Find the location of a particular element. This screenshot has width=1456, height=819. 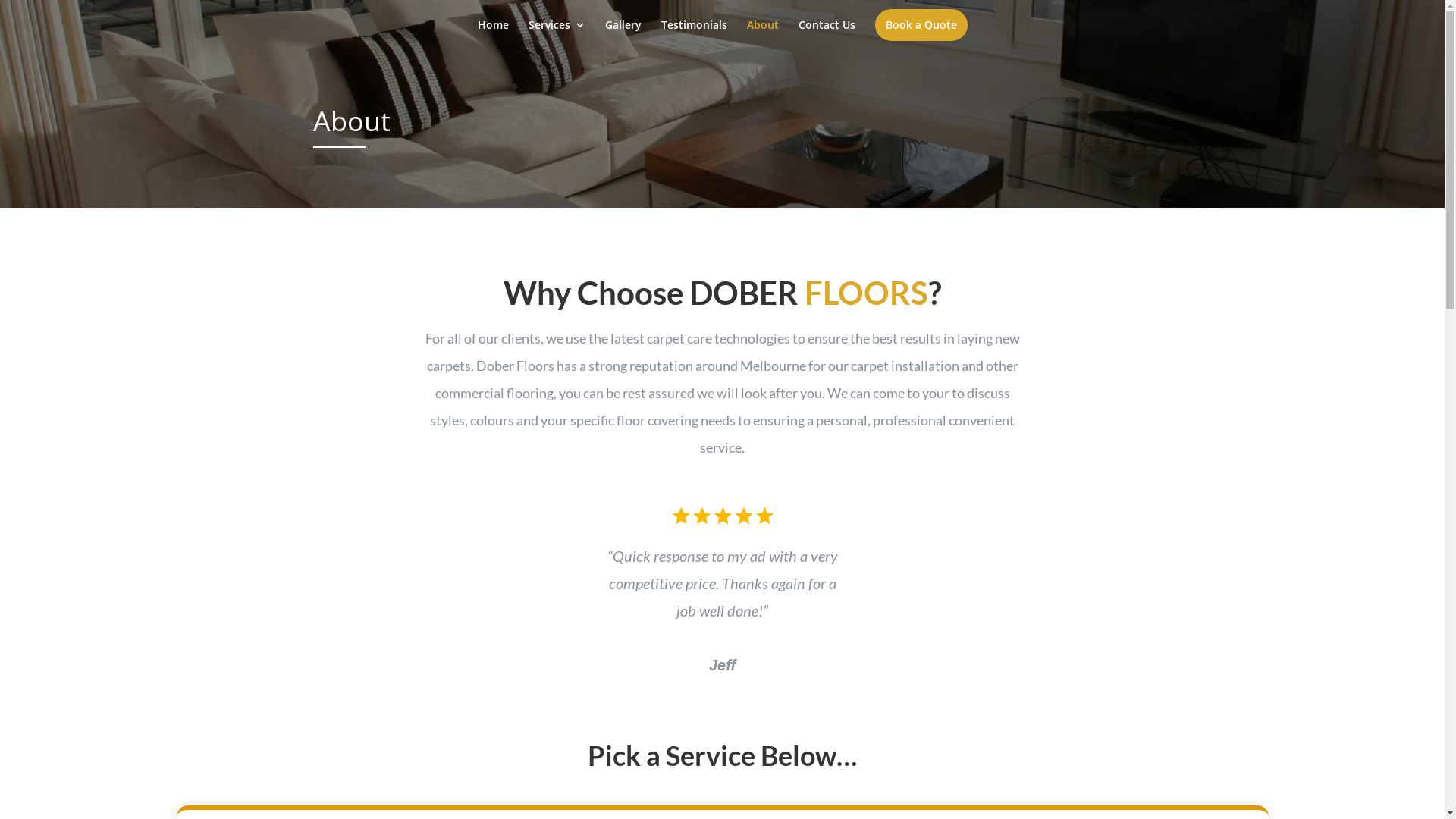

'Home' is located at coordinates (493, 34).